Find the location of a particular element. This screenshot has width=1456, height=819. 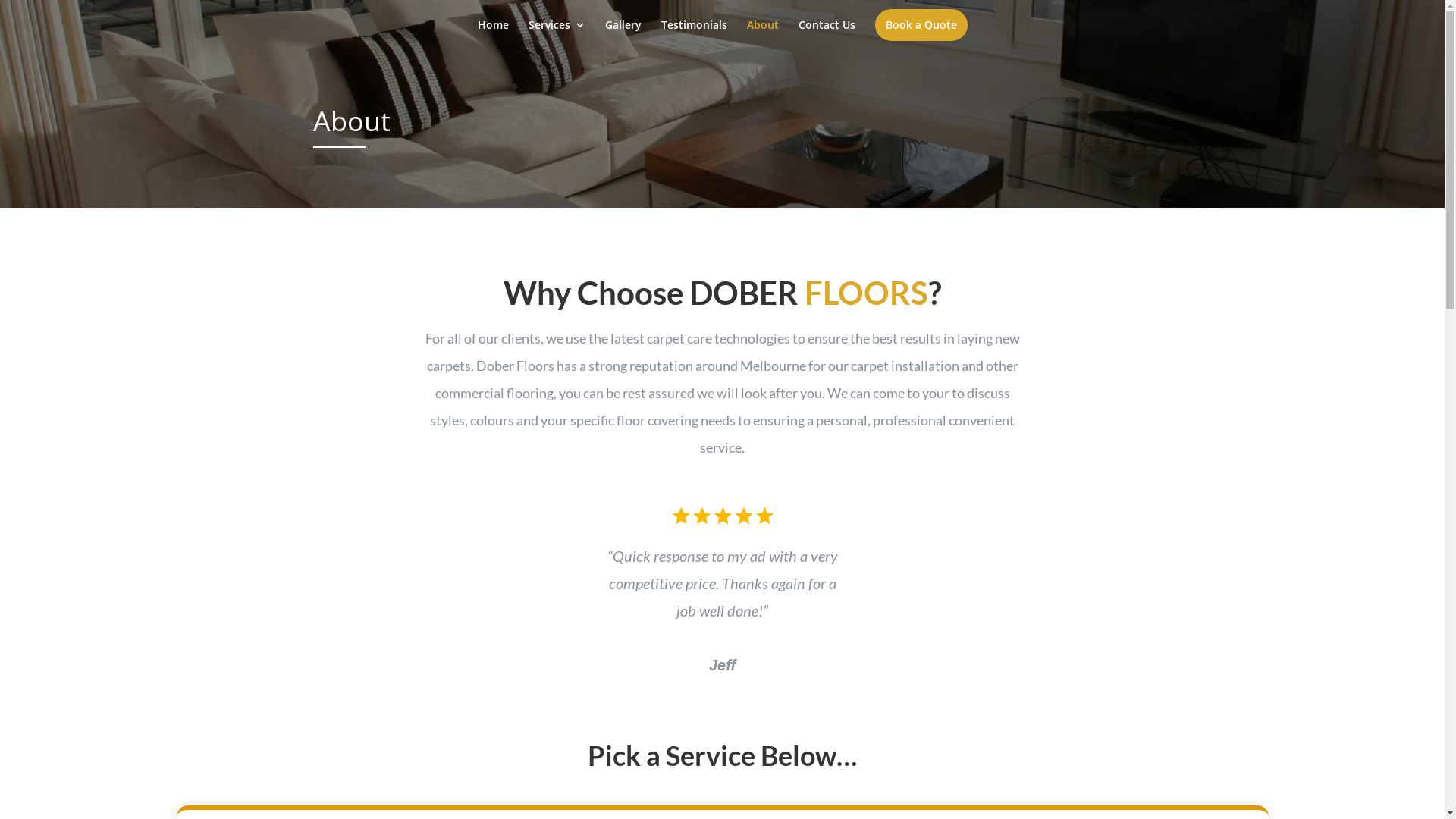

'Home' is located at coordinates (493, 34).